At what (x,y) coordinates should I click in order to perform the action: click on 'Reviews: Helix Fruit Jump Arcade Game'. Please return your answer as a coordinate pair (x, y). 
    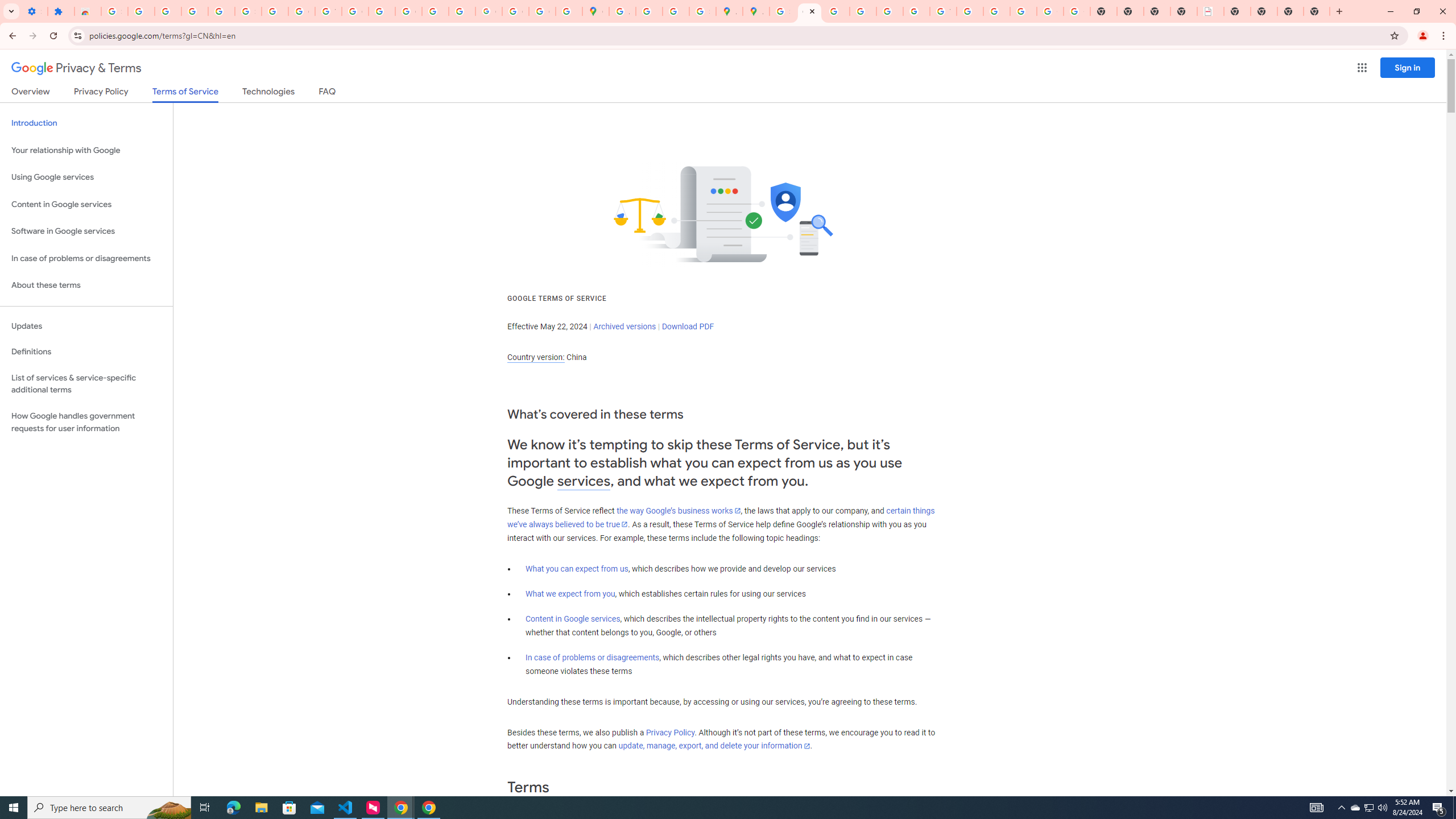
    Looking at the image, I should click on (88, 11).